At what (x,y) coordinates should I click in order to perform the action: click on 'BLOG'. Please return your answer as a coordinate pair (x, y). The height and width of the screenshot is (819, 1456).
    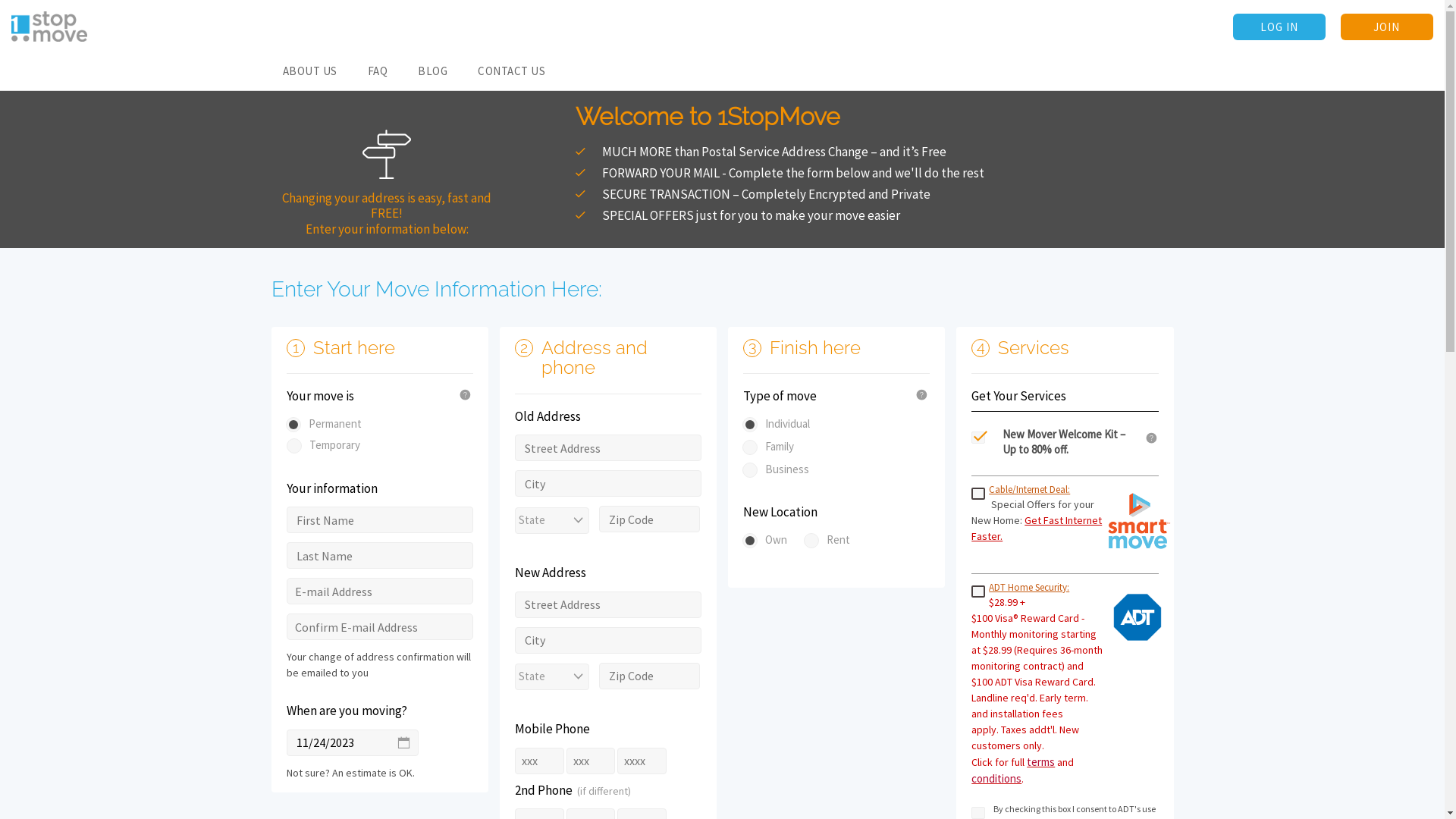
    Looking at the image, I should click on (431, 71).